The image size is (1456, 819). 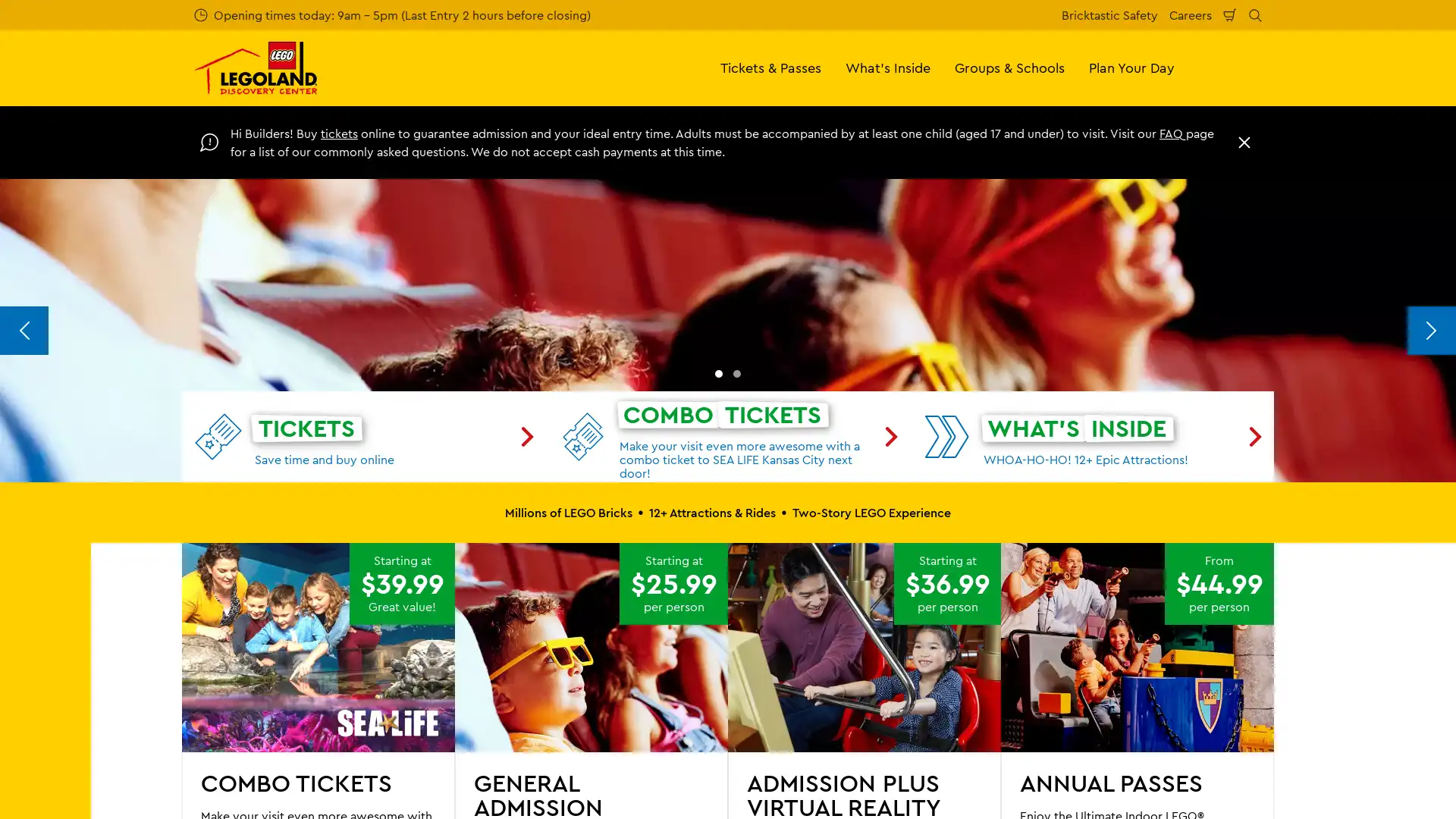 What do you see at coordinates (718, 660) in the screenshot?
I see `Go to slide 1` at bounding box center [718, 660].